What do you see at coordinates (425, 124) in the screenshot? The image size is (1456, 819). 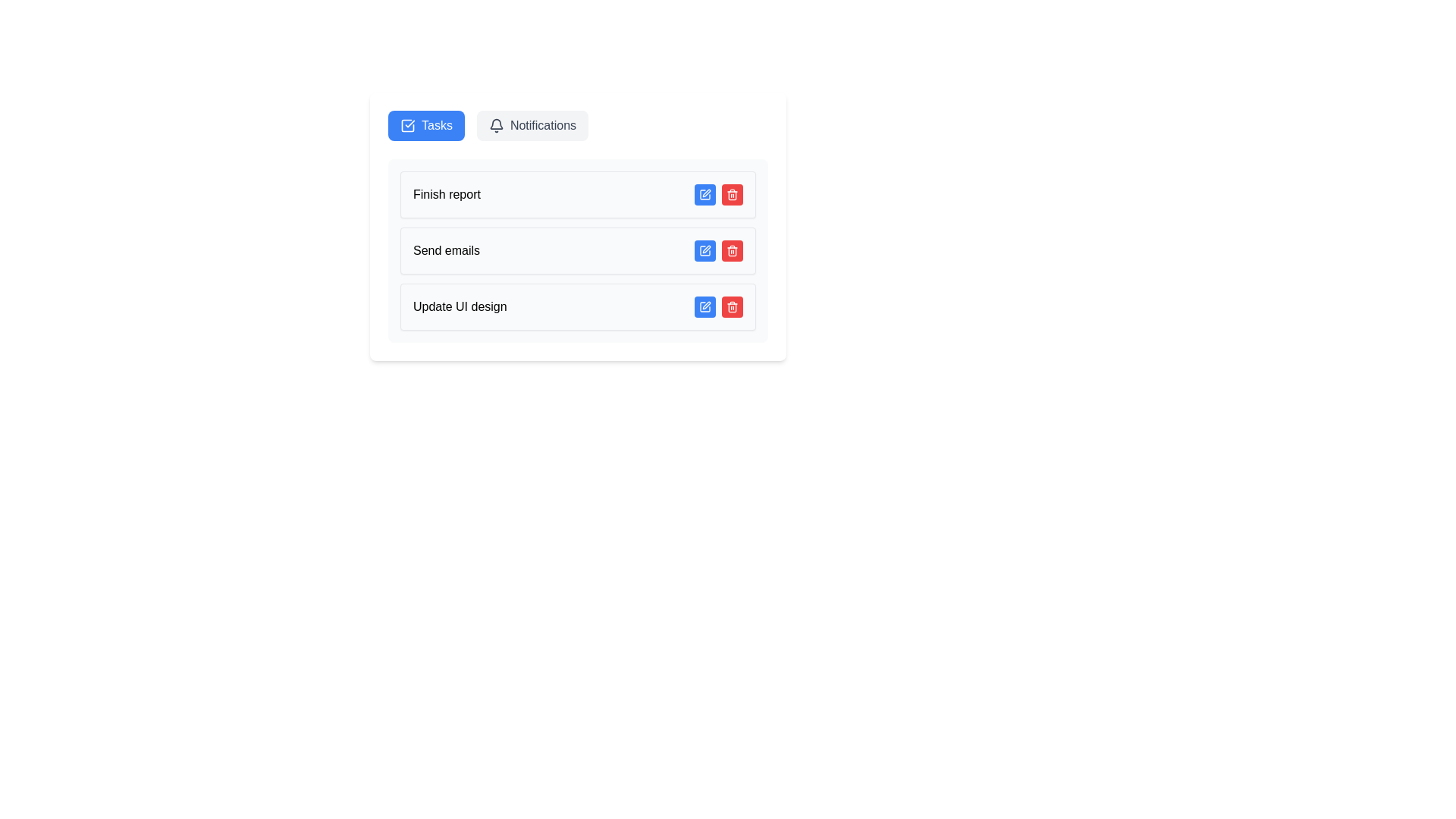 I see `the first button in the horizontal list at the top of the panel` at bounding box center [425, 124].